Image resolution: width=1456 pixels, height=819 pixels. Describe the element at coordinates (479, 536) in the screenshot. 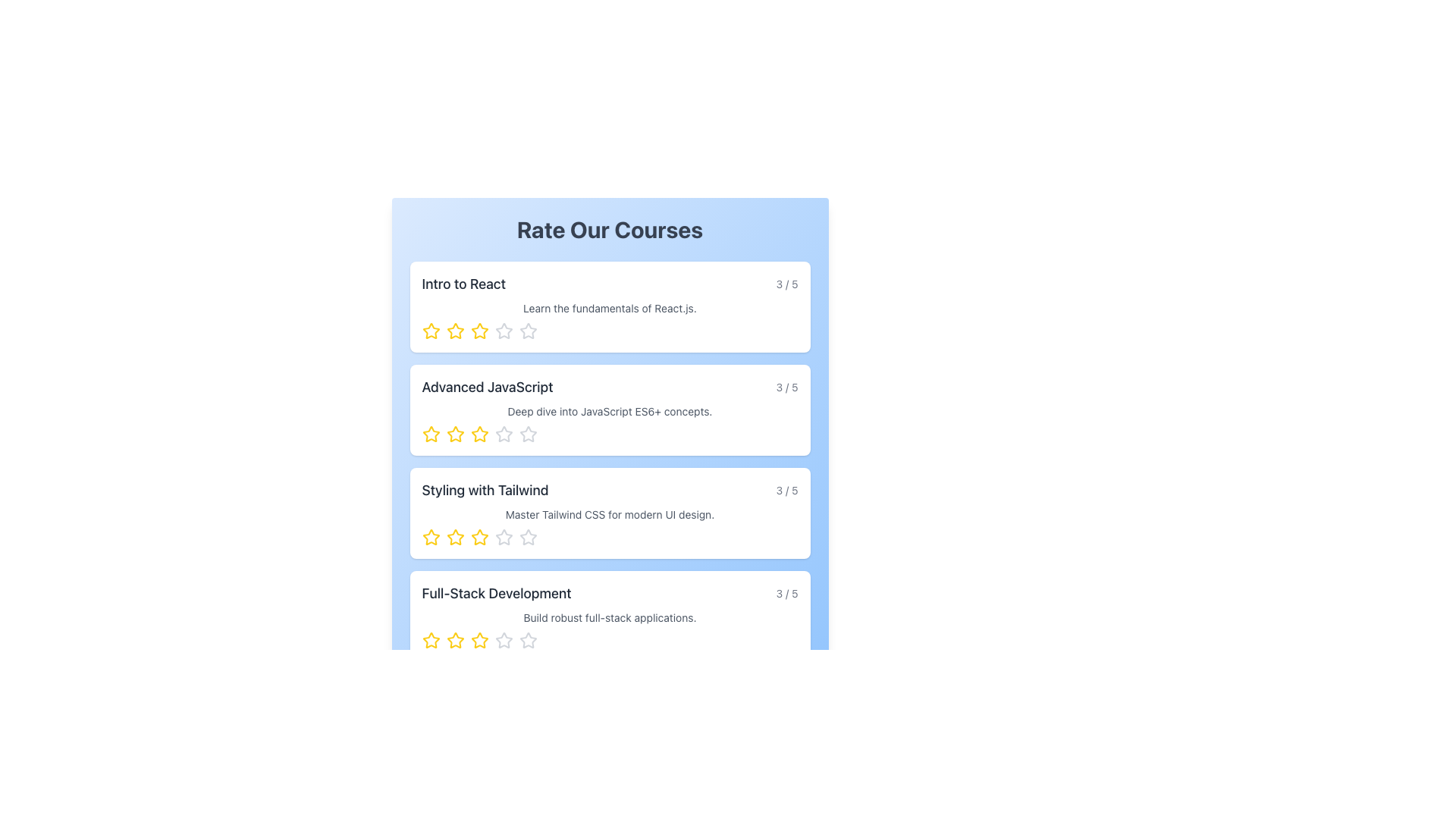

I see `the third star icon in the 'Rate Our Courses' section` at that location.